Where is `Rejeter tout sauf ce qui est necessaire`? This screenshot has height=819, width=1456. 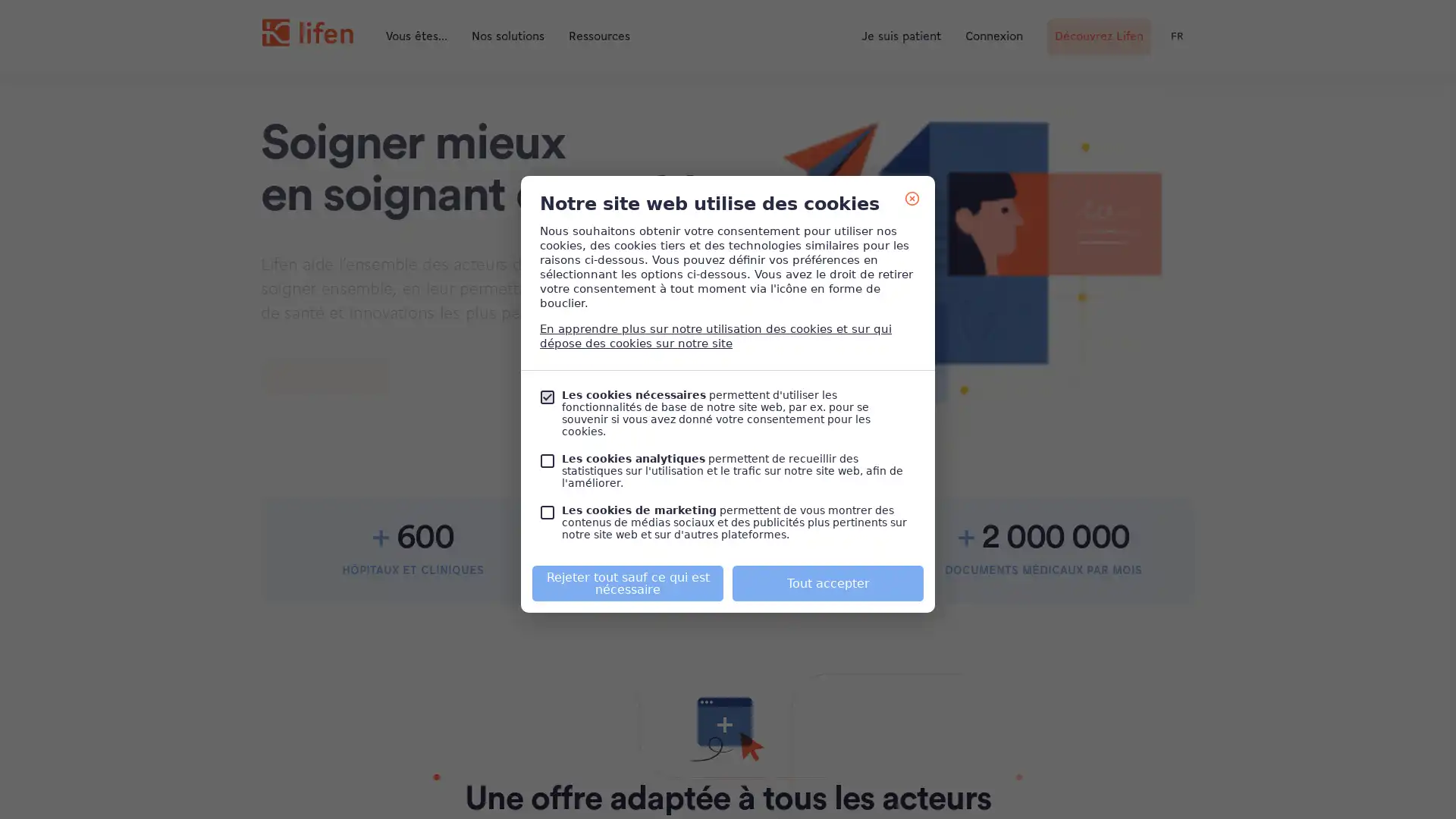 Rejeter tout sauf ce qui est necessaire is located at coordinates (628, 582).